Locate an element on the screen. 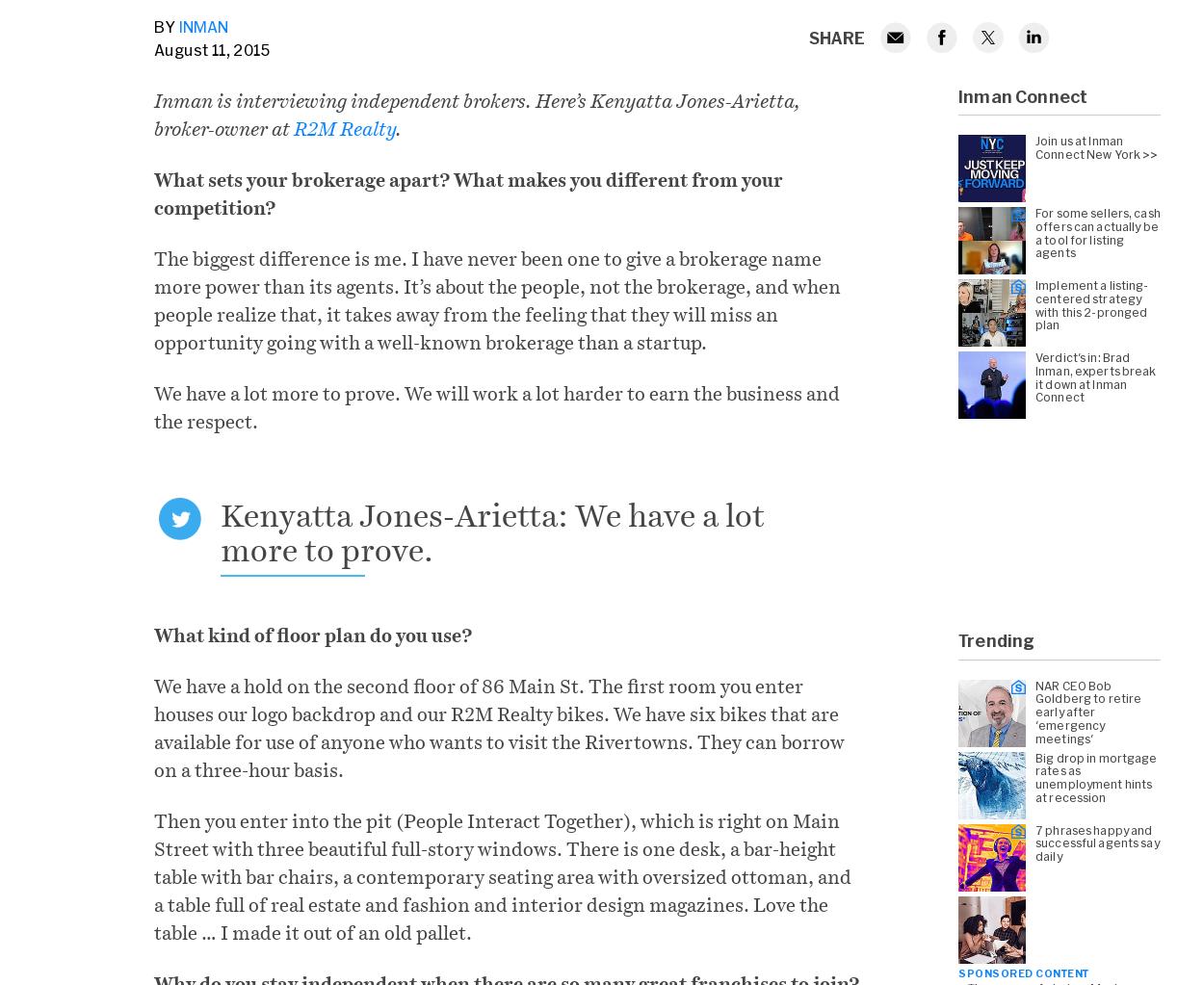 This screenshot has height=985, width=1204. '.' is located at coordinates (396, 126).